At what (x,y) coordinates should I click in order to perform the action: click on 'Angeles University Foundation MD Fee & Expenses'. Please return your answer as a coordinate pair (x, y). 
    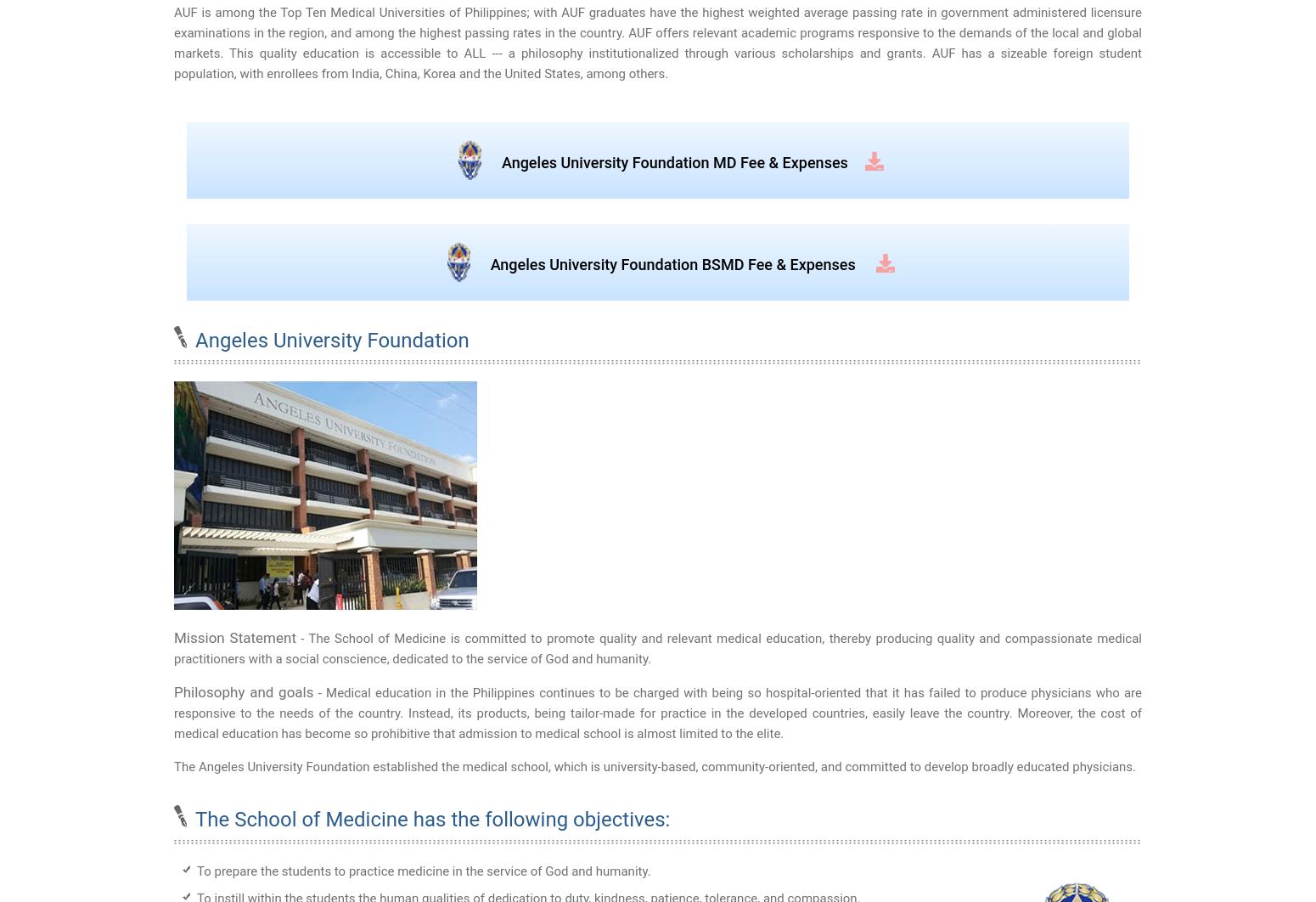
    Looking at the image, I should click on (673, 162).